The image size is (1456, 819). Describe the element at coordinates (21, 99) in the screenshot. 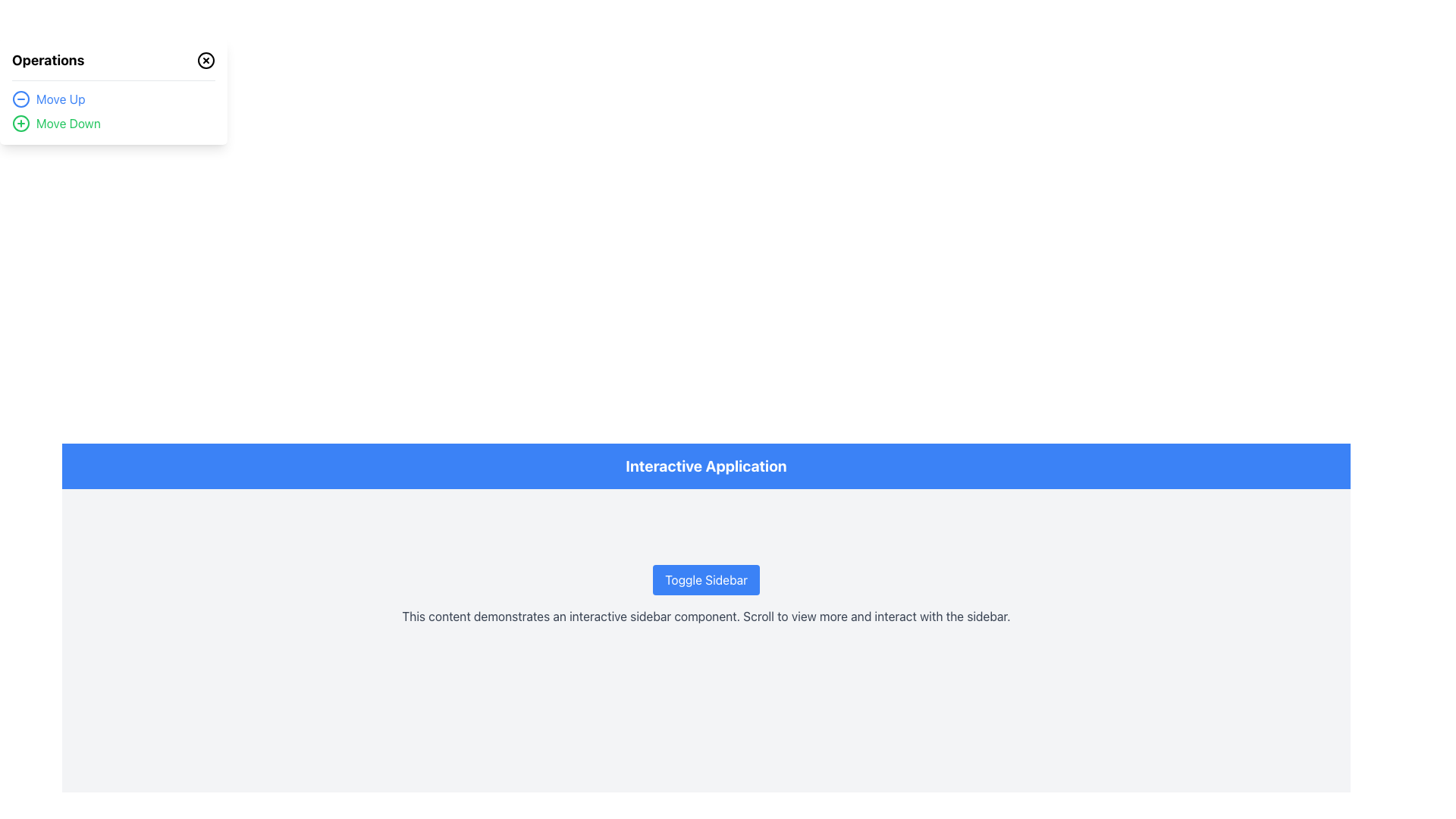

I see `the decorative icon component that represents the 'Move Up' button, located in the 'Operations' section, to the left of the 'Move Up' text` at that location.